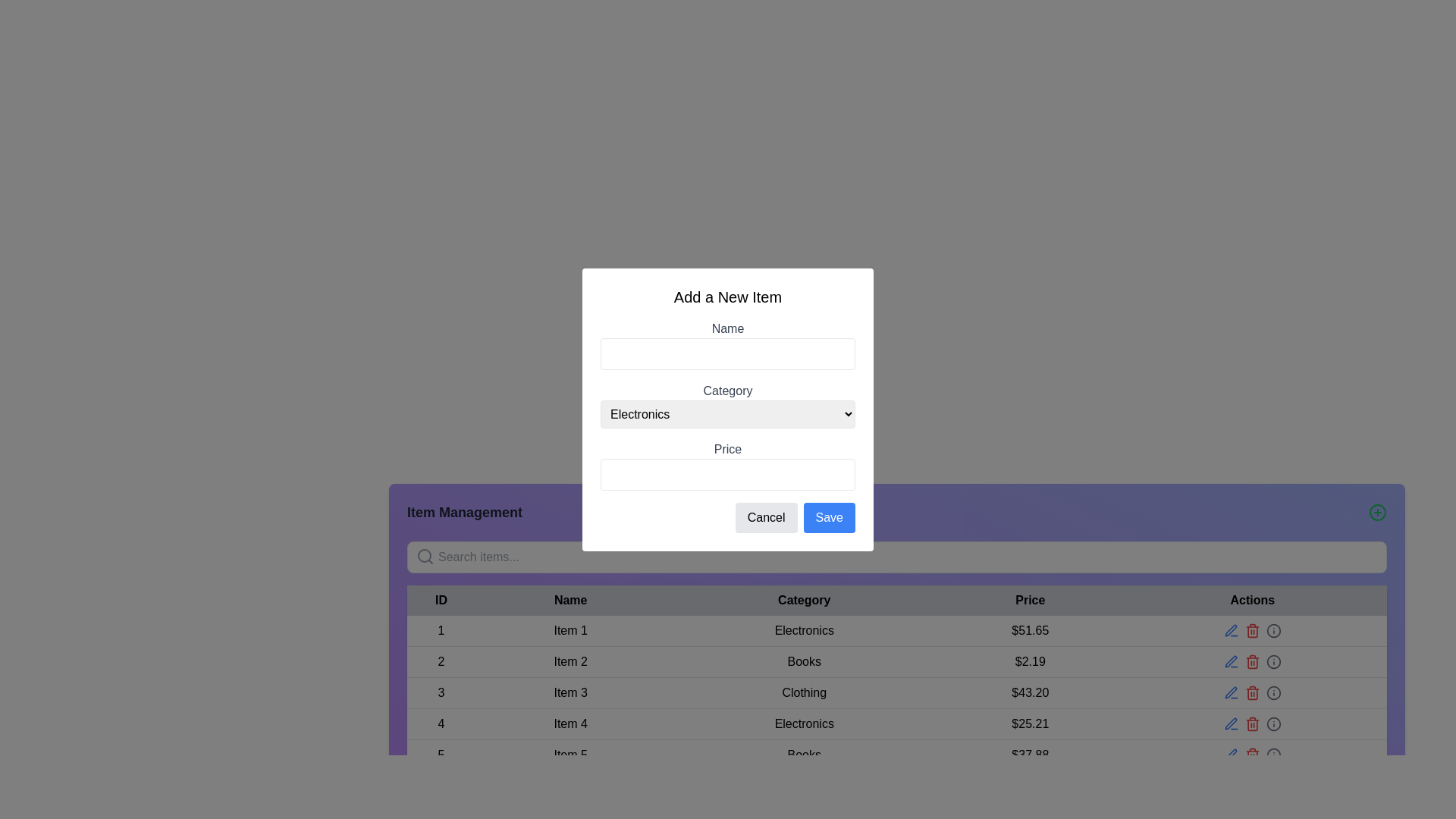 The height and width of the screenshot is (819, 1456). What do you see at coordinates (1231, 723) in the screenshot?
I see `the pen icon located at the far-right of the 'Actions' row in the 'Item Management' table` at bounding box center [1231, 723].